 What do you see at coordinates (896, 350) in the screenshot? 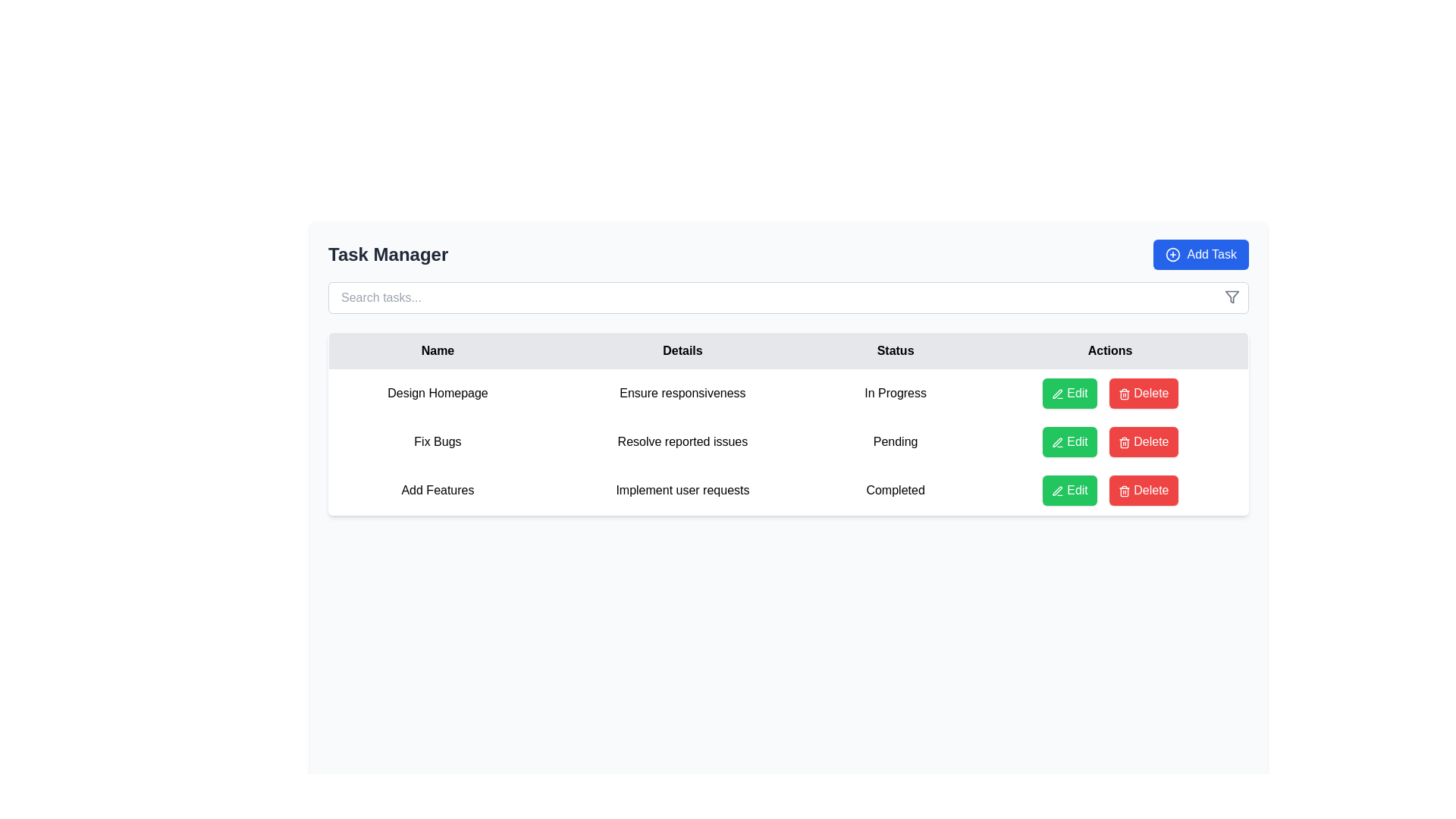
I see `the 'Status' column header cell in the table, which is the third column header and is positioned between the 'Details' and 'Actions' columns` at bounding box center [896, 350].